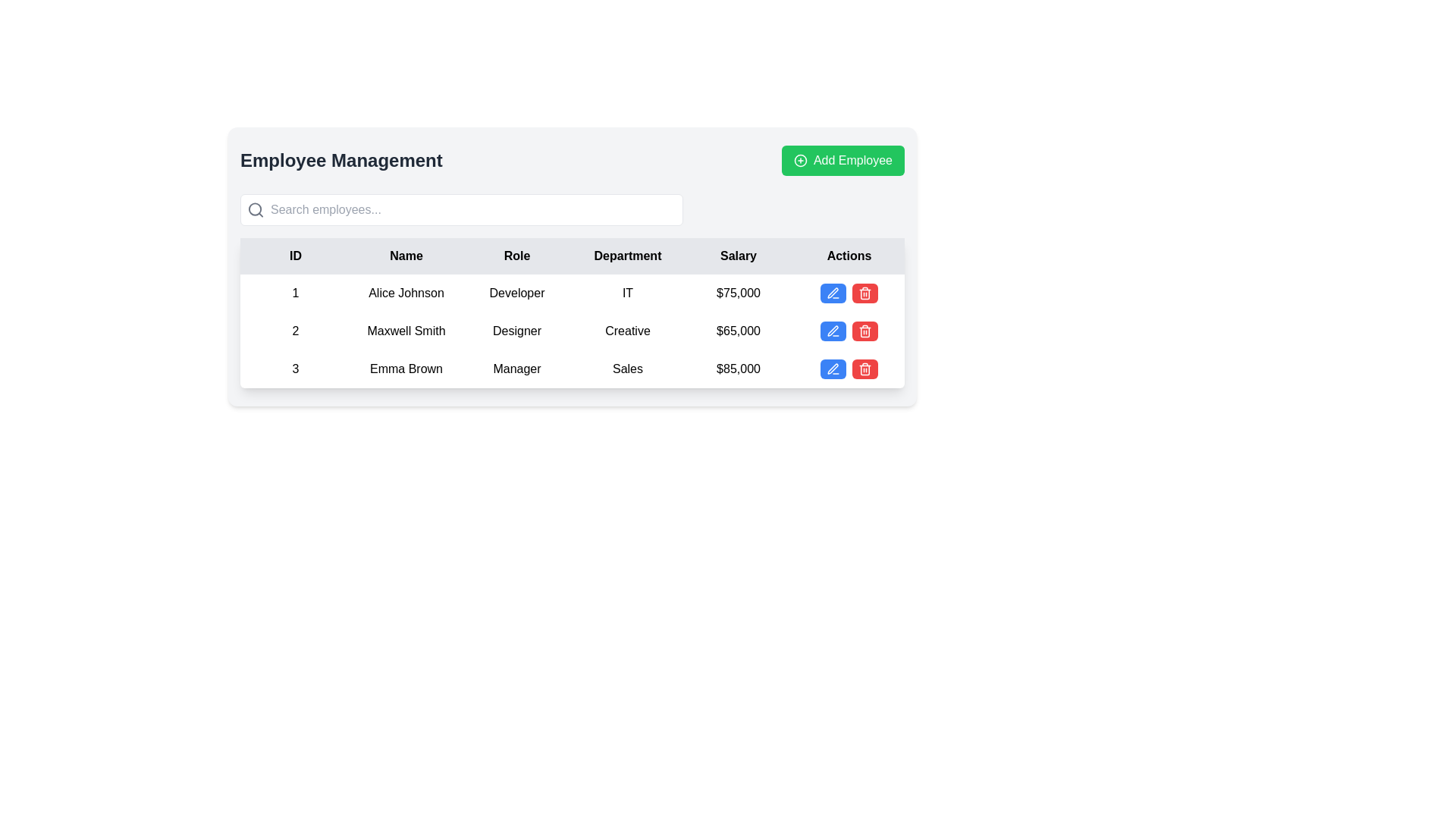  Describe the element at coordinates (865, 330) in the screenshot. I see `the delete button located in the 'Actions' column, which is the second button next to the blue edit button` at that location.